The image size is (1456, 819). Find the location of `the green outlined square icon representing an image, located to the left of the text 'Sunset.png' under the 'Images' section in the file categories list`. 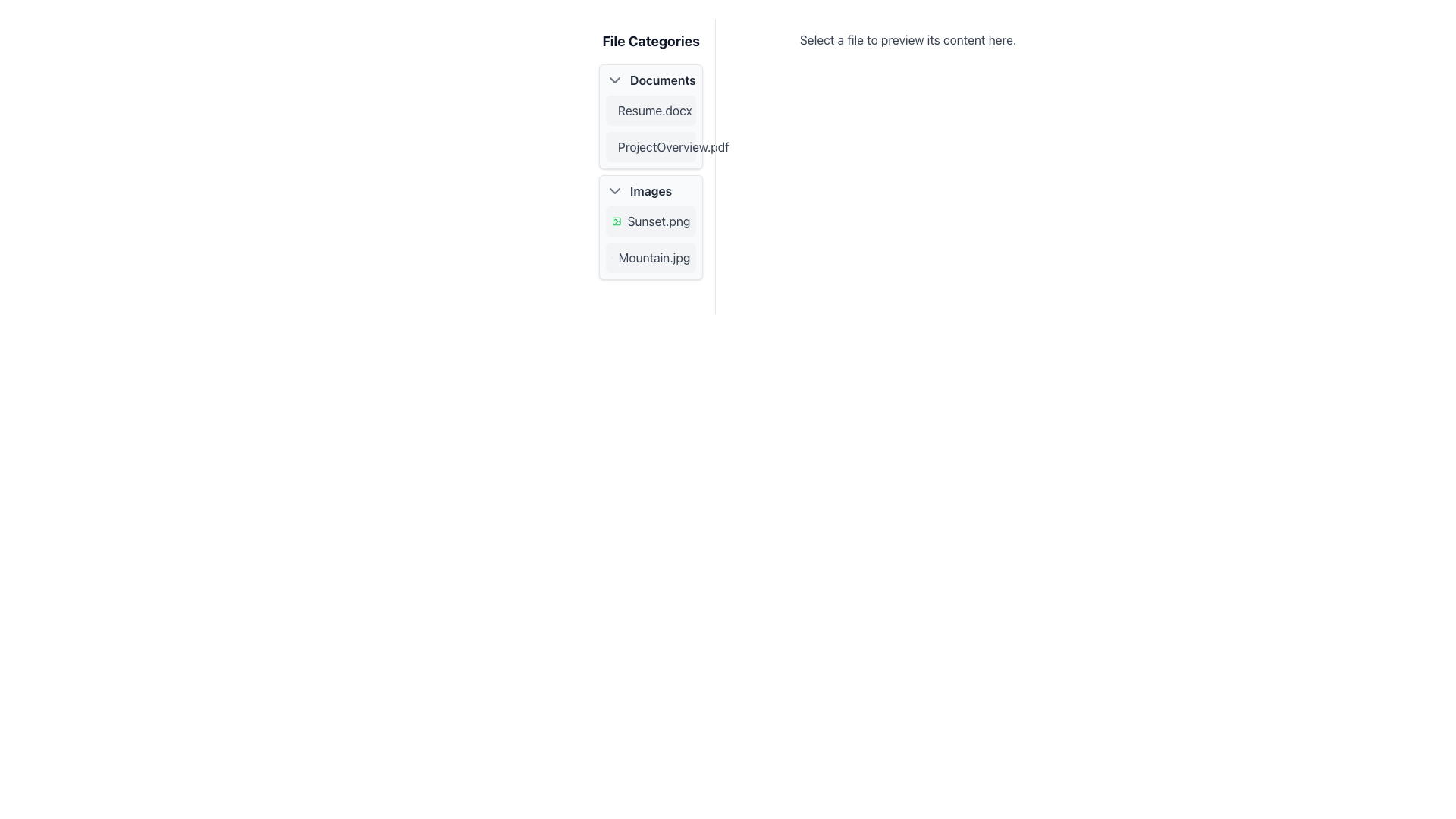

the green outlined square icon representing an image, located to the left of the text 'Sunset.png' under the 'Images' section in the file categories list is located at coordinates (617, 221).